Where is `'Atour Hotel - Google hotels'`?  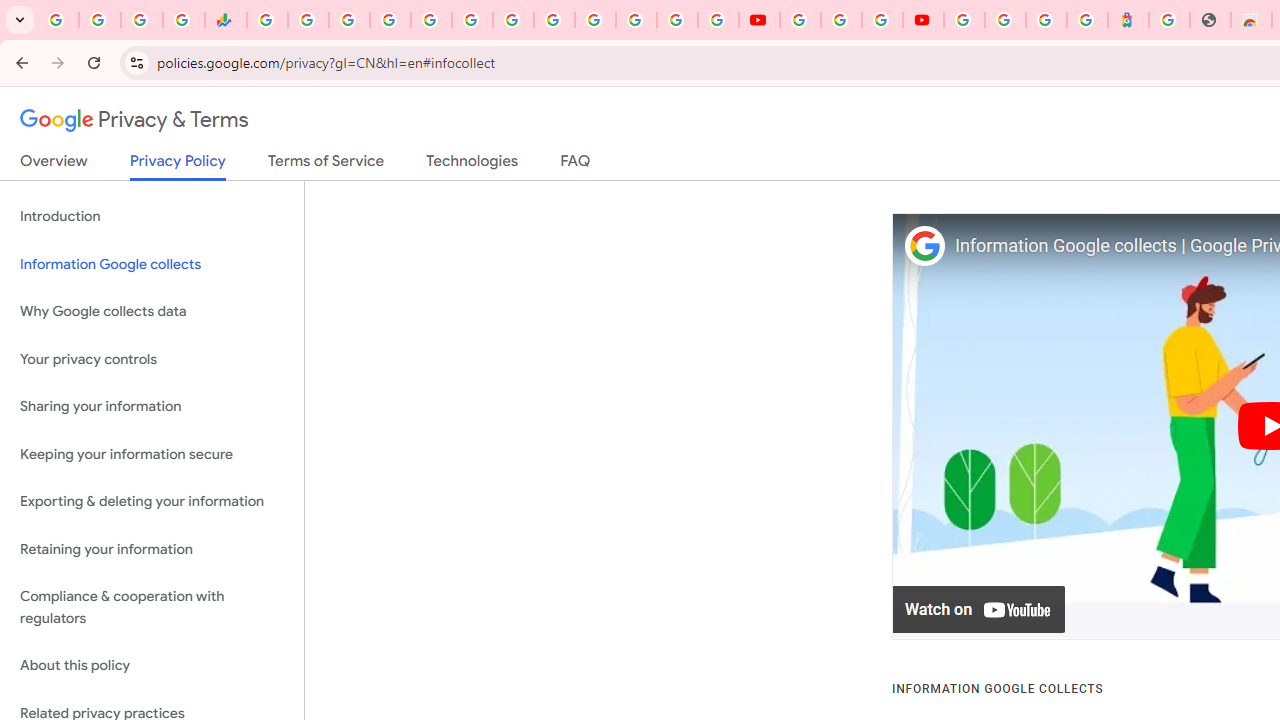
'Atour Hotel - Google hotels' is located at coordinates (1128, 20).